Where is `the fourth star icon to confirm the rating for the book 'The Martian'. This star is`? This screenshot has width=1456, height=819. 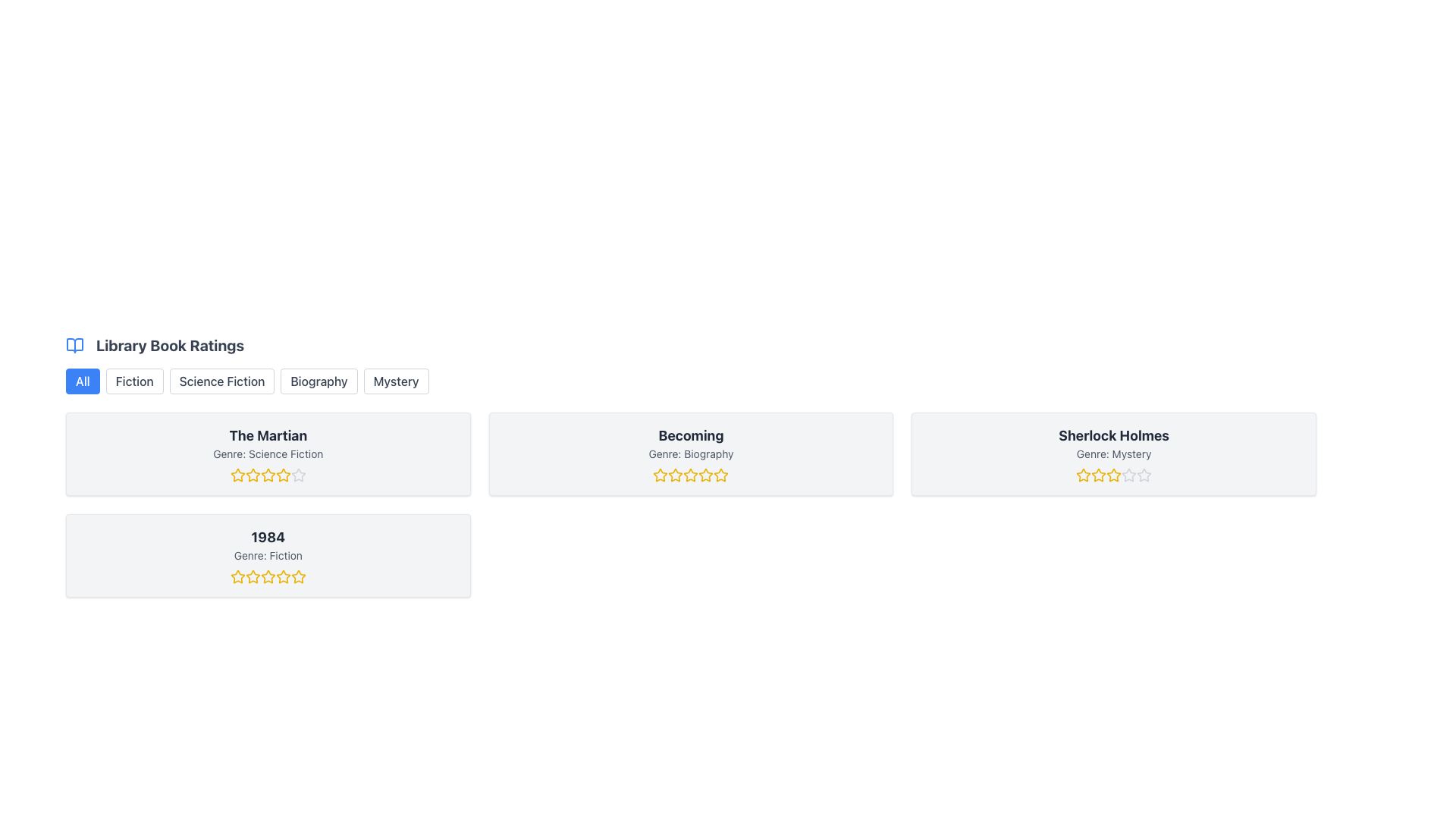 the fourth star icon to confirm the rating for the book 'The Martian'. This star is is located at coordinates (268, 475).